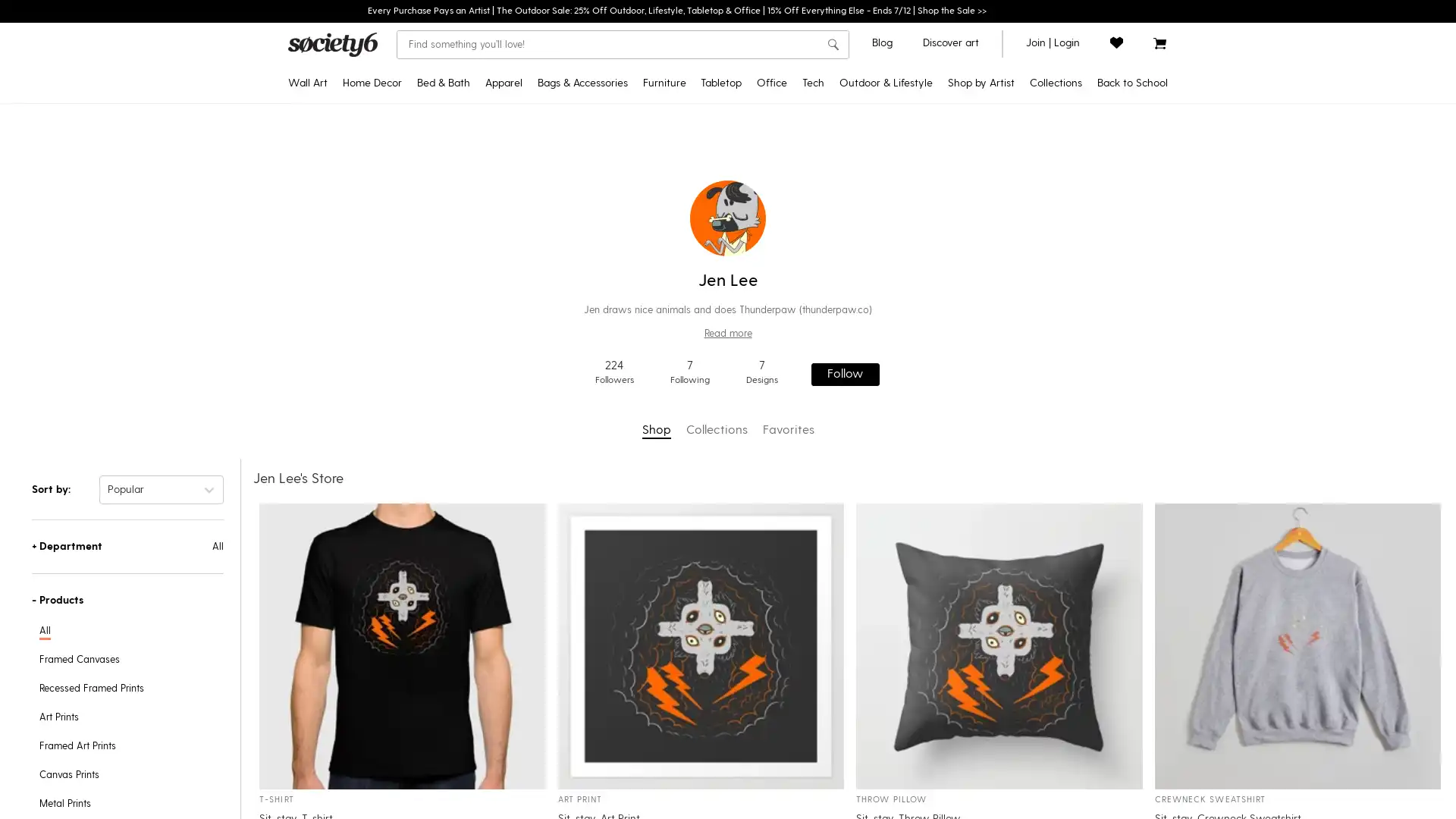 The width and height of the screenshot is (1456, 819). Describe the element at coordinates (690, 219) in the screenshot. I see `Side Tables` at that location.